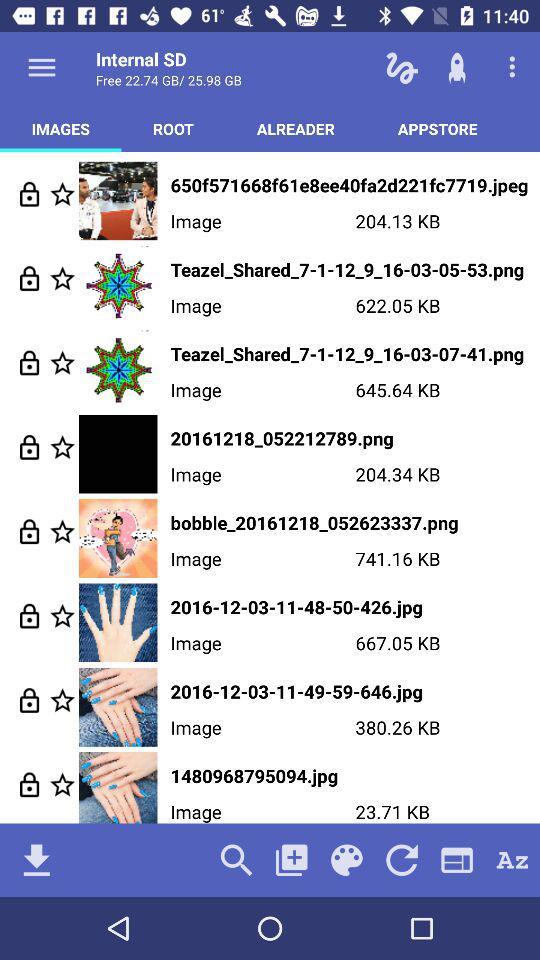 This screenshot has height=960, width=540. Describe the element at coordinates (62, 784) in the screenshot. I see `to favorites` at that location.